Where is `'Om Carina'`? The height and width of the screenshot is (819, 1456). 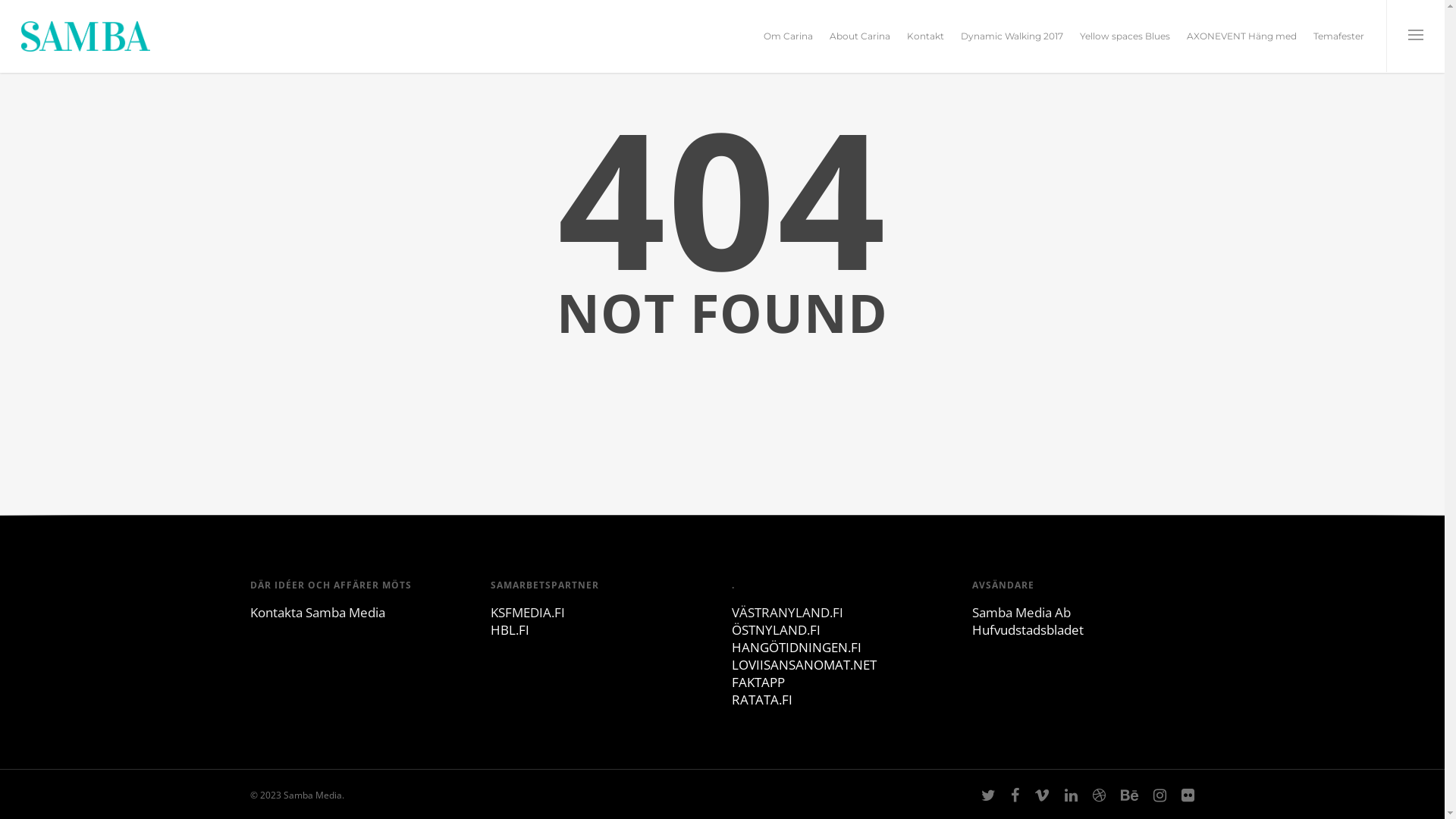
'Om Carina' is located at coordinates (788, 45).